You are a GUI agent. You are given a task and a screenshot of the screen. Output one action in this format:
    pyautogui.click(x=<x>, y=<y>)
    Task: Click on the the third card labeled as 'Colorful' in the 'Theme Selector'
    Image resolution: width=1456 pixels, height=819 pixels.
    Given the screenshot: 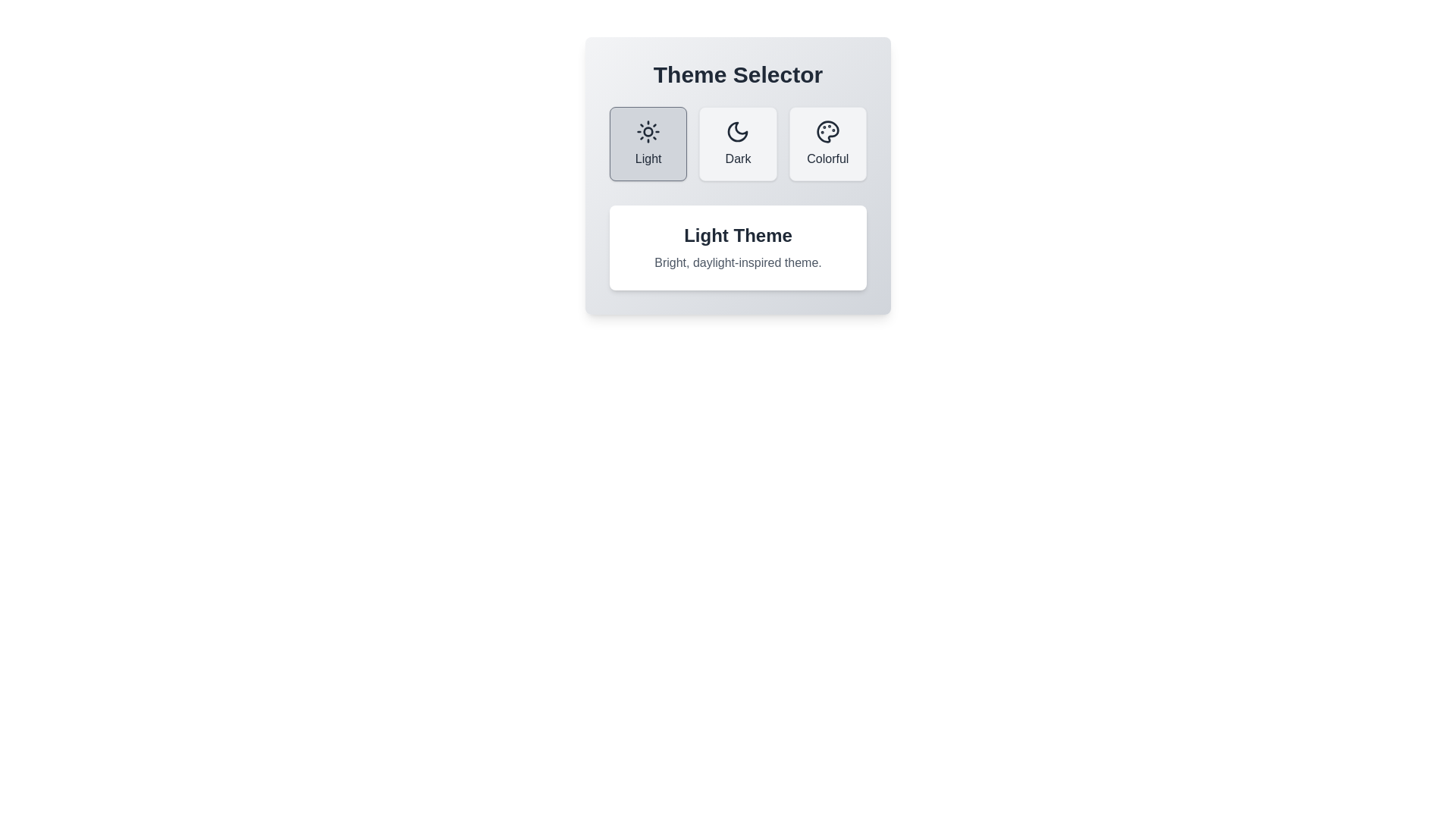 What is the action you would take?
    pyautogui.click(x=827, y=143)
    